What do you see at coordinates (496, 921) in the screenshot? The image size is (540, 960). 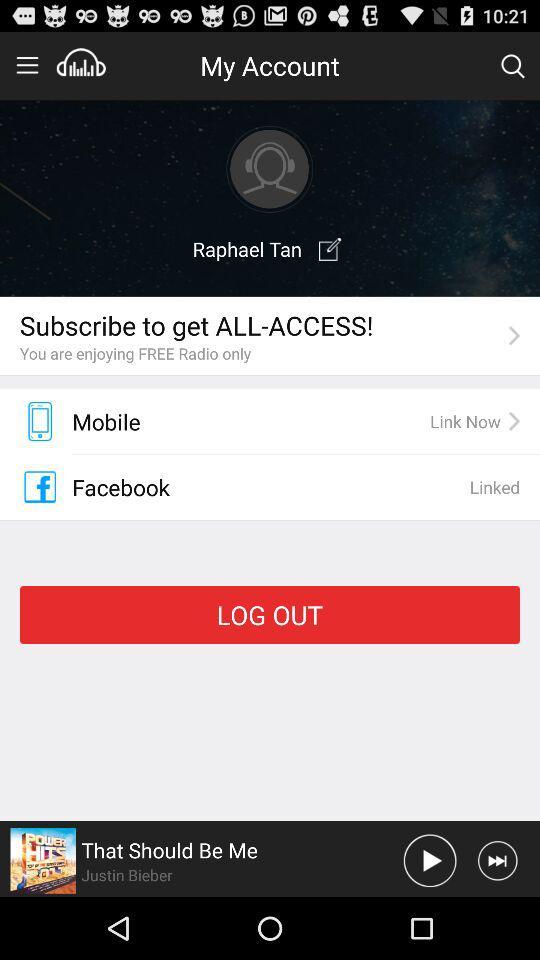 I see `the skip_next icon` at bounding box center [496, 921].